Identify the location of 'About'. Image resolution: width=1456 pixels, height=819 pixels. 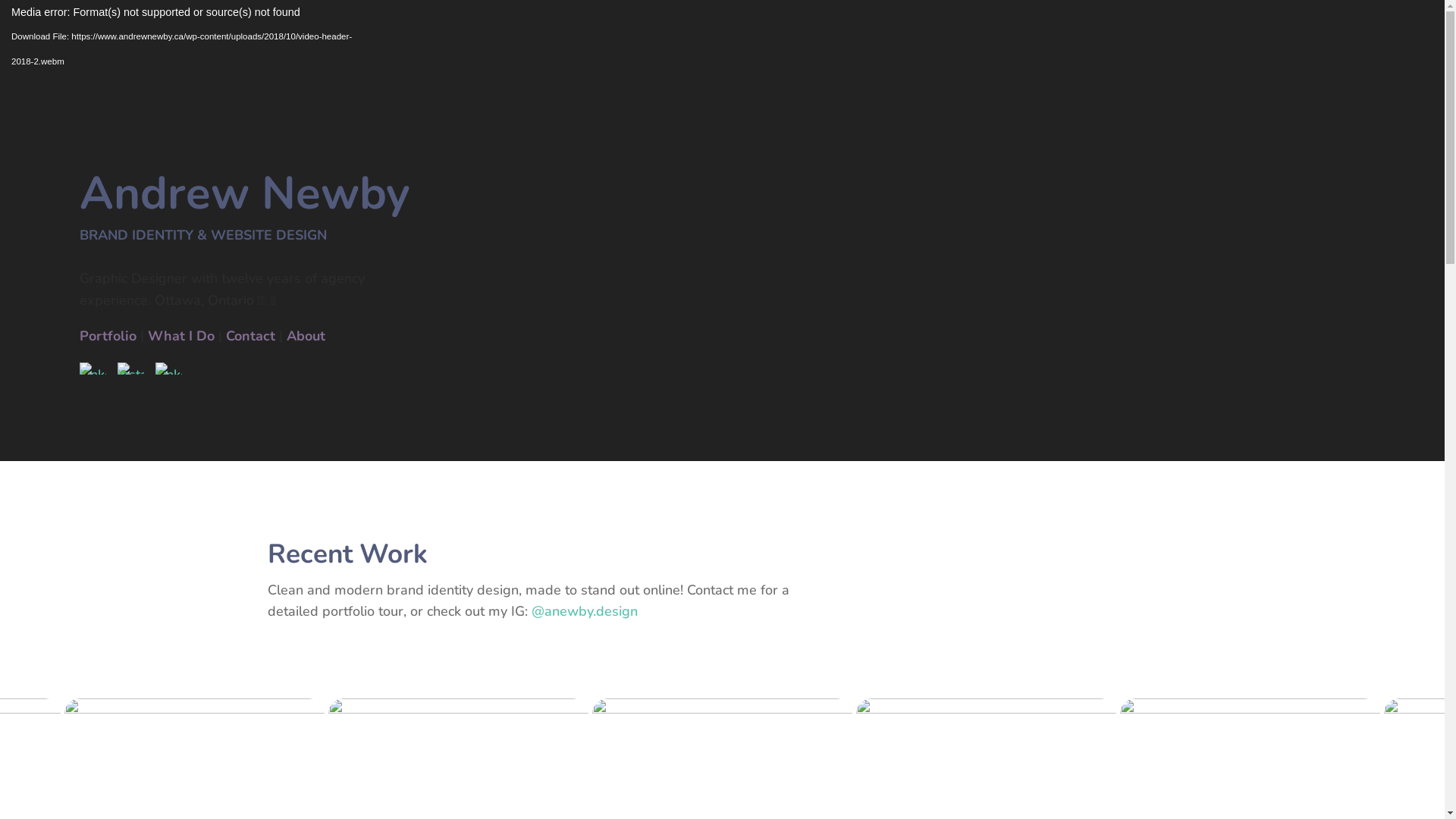
(287, 335).